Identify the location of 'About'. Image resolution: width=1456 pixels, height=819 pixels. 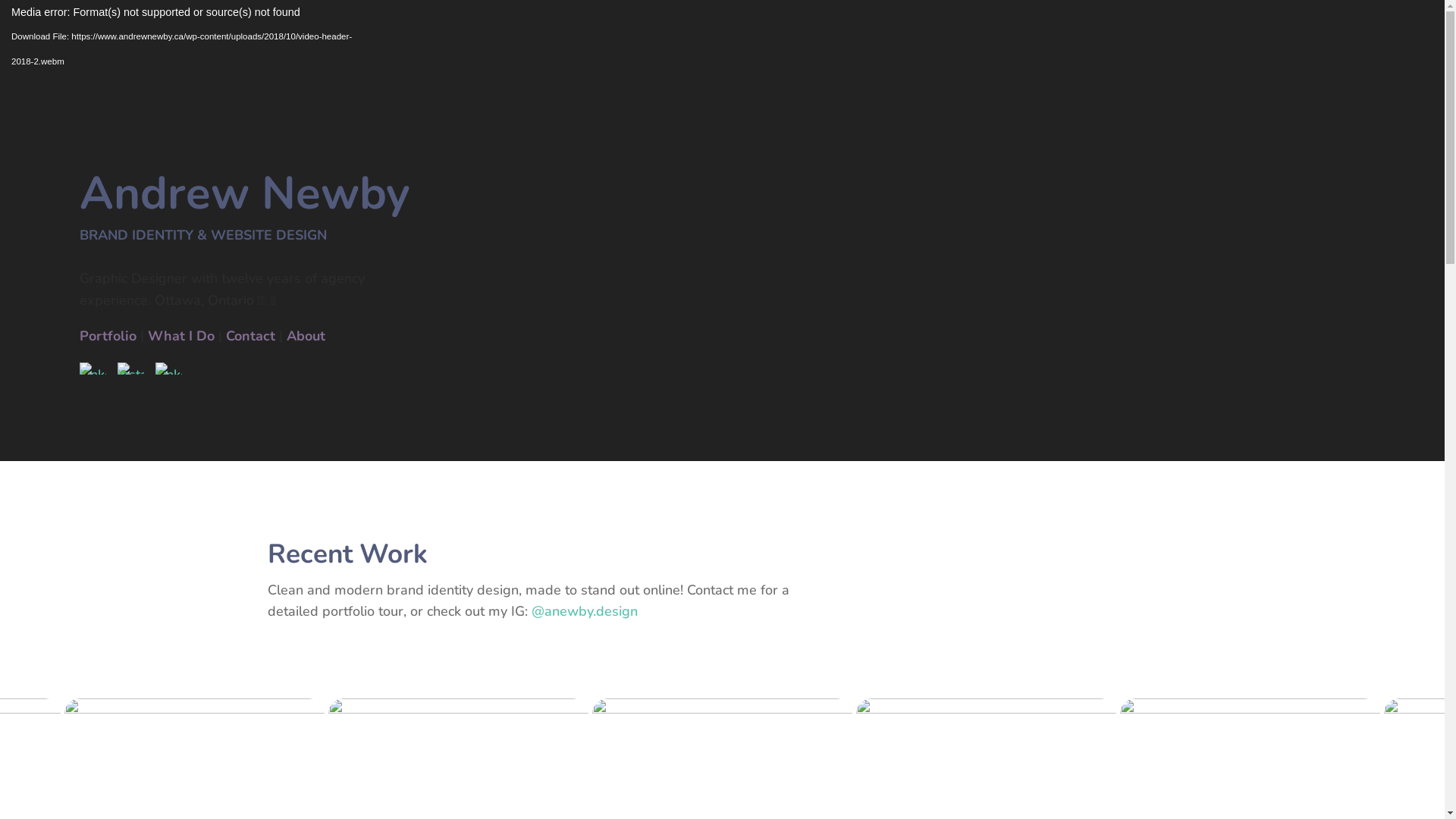
(287, 335).